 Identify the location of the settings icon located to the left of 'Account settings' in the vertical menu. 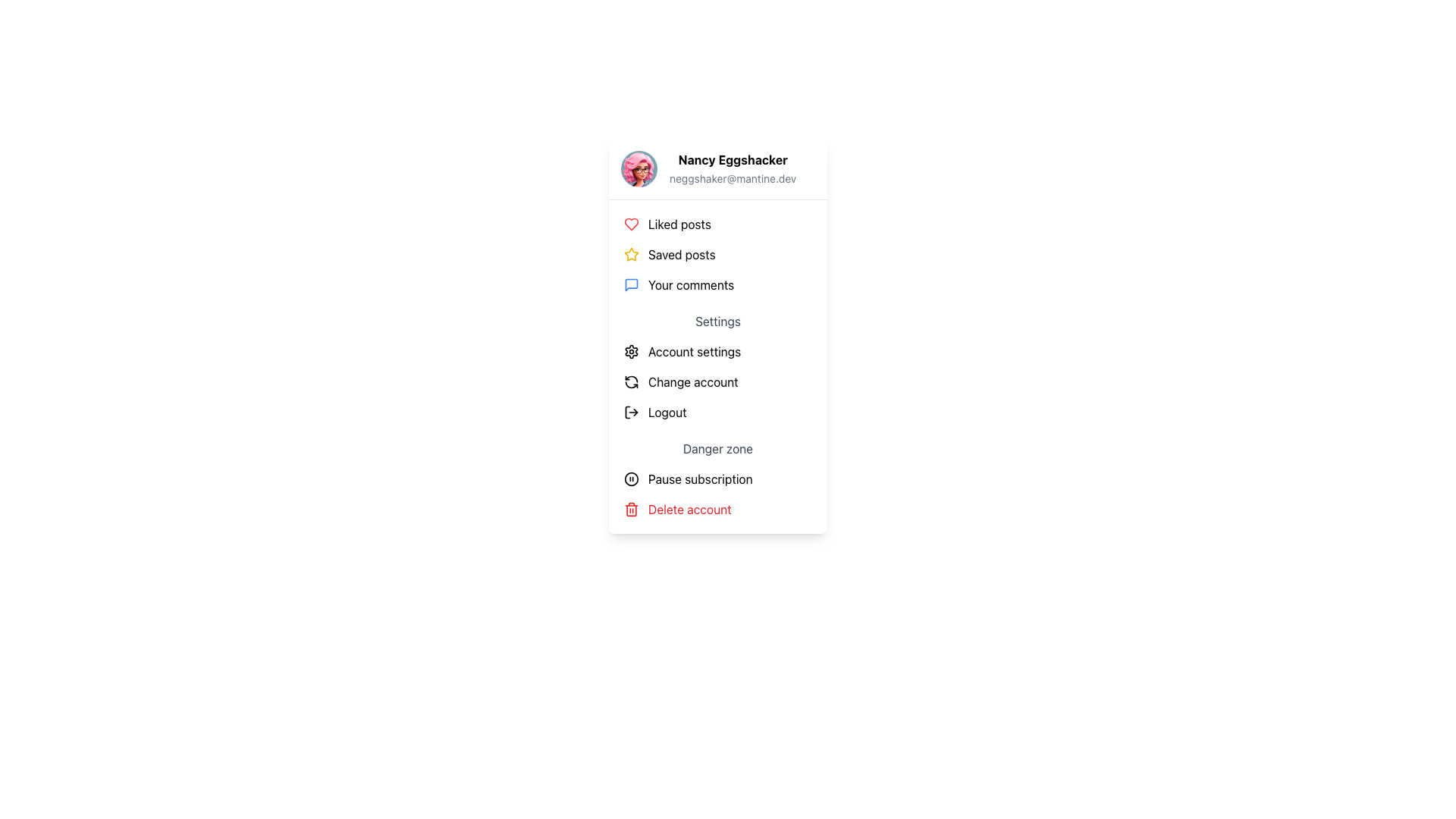
(632, 351).